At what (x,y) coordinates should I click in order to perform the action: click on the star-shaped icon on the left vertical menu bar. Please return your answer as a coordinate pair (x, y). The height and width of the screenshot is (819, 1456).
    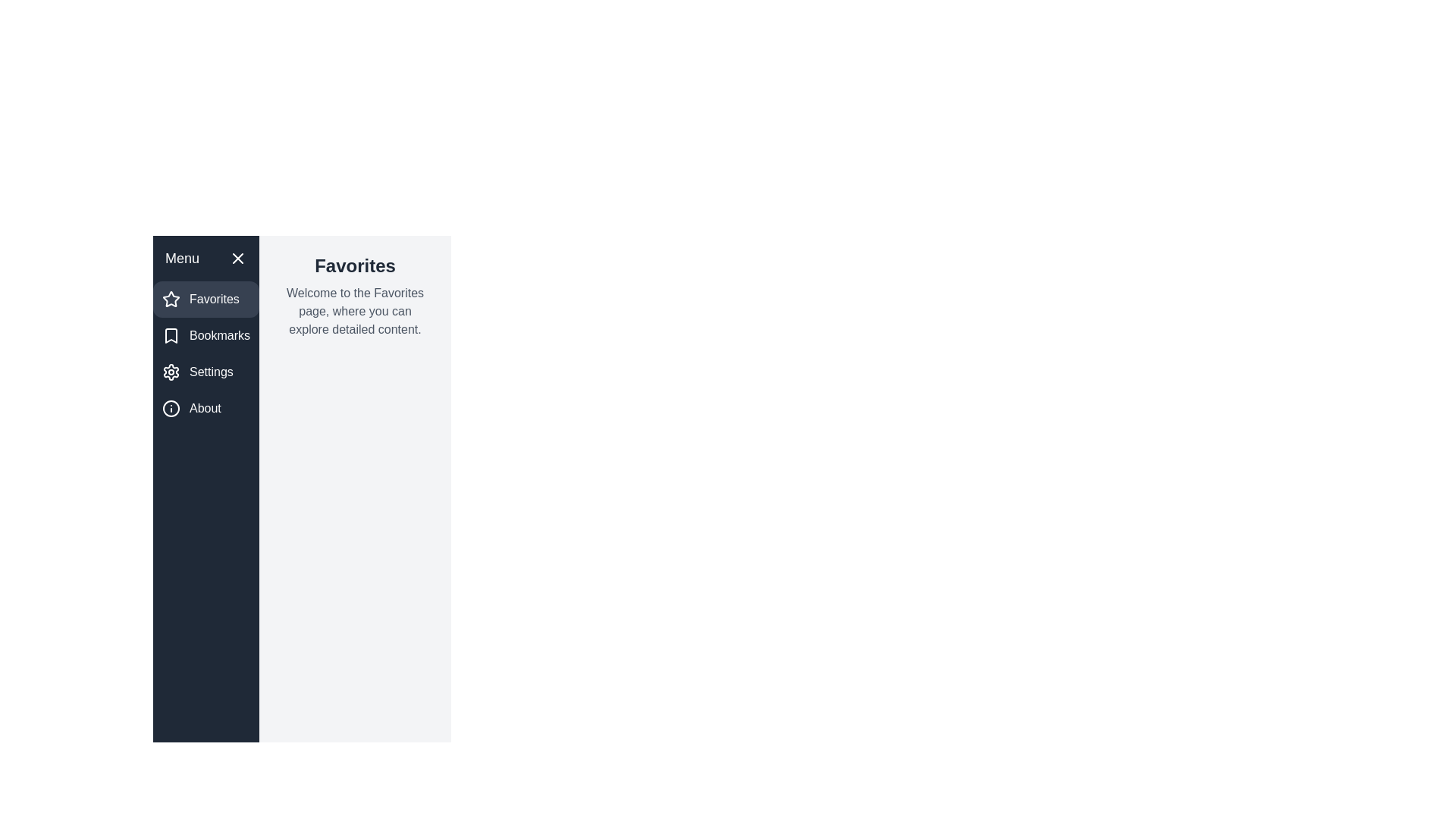
    Looking at the image, I should click on (171, 299).